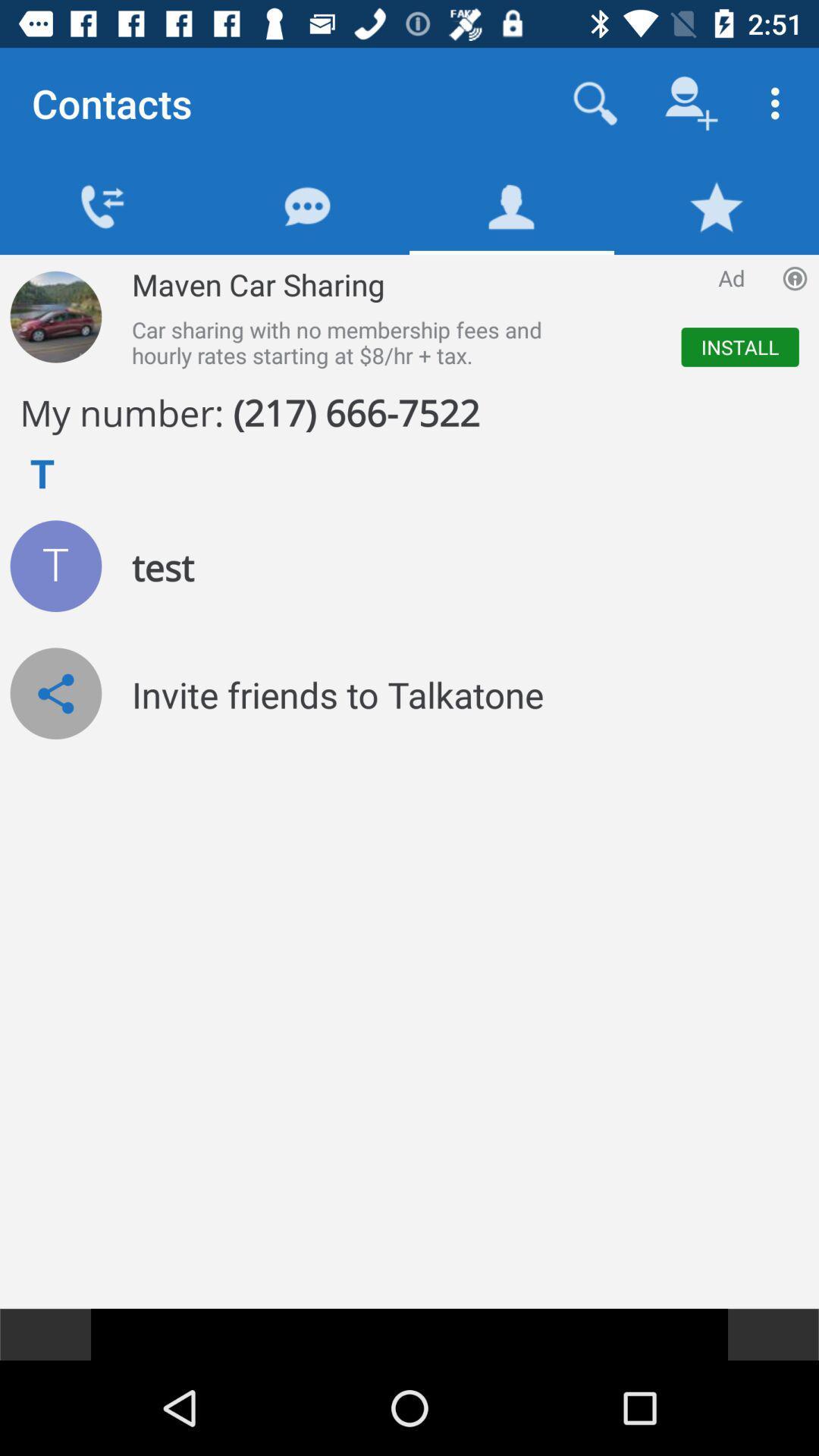 This screenshot has width=819, height=1456. I want to click on an advertisement, so click(55, 316).